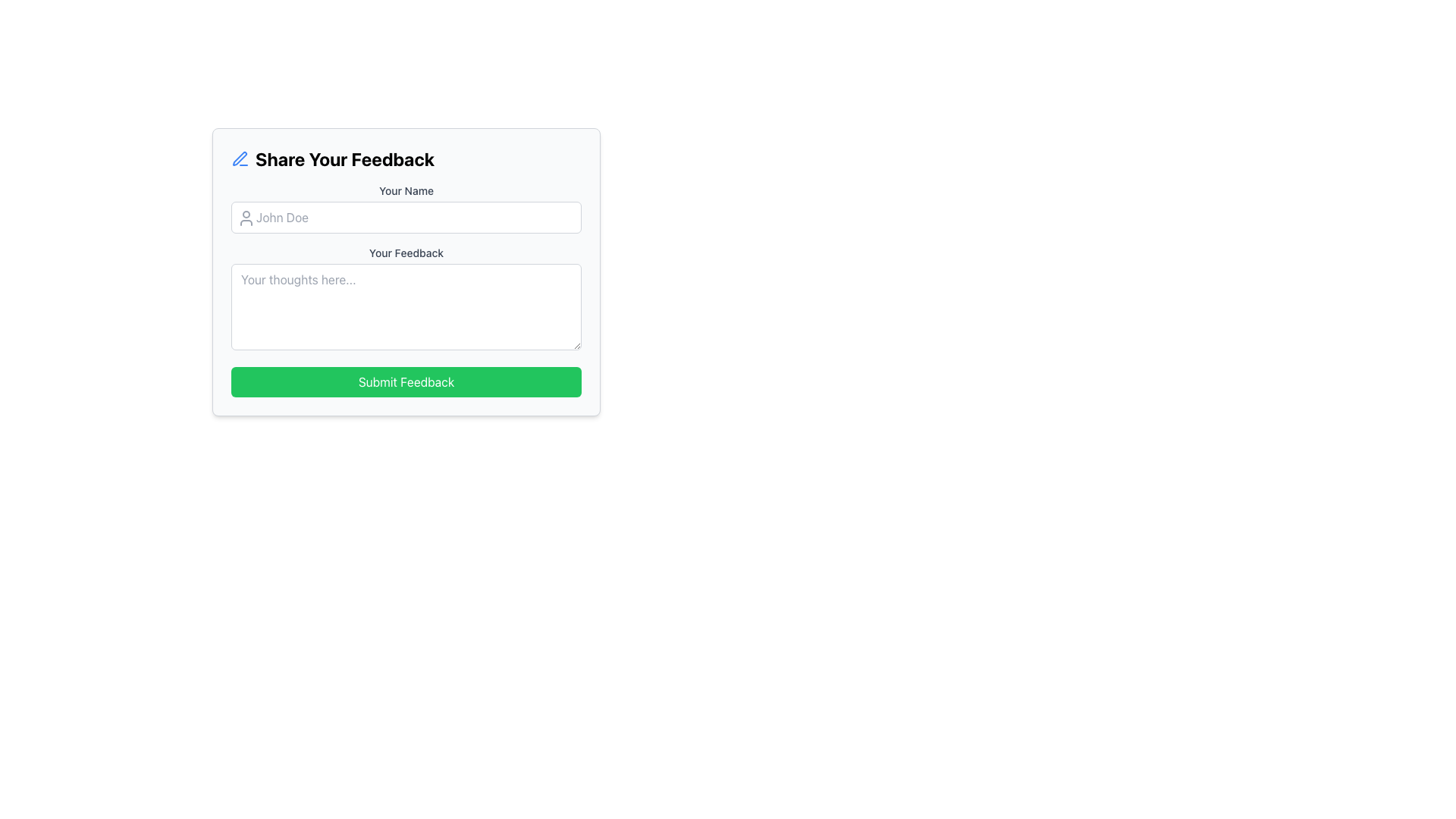  Describe the element at coordinates (406, 158) in the screenshot. I see `the bold text heading 'Share Your Feedback' which is styled in a larger font and accompanied by a blue pen icon, located at the top of the feedback form section` at that location.